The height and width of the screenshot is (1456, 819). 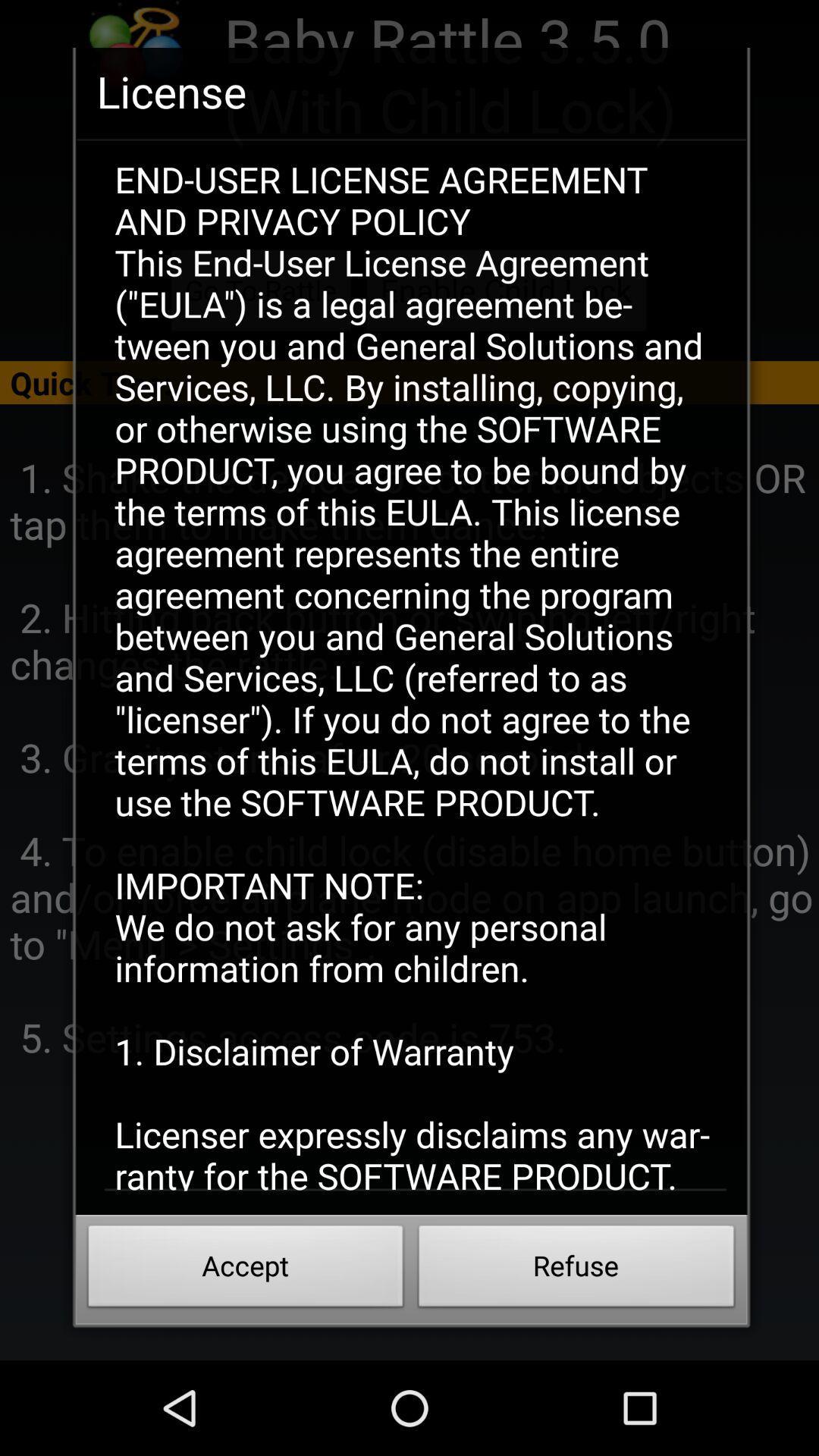 I want to click on item to the left of refuse item, so click(x=245, y=1270).